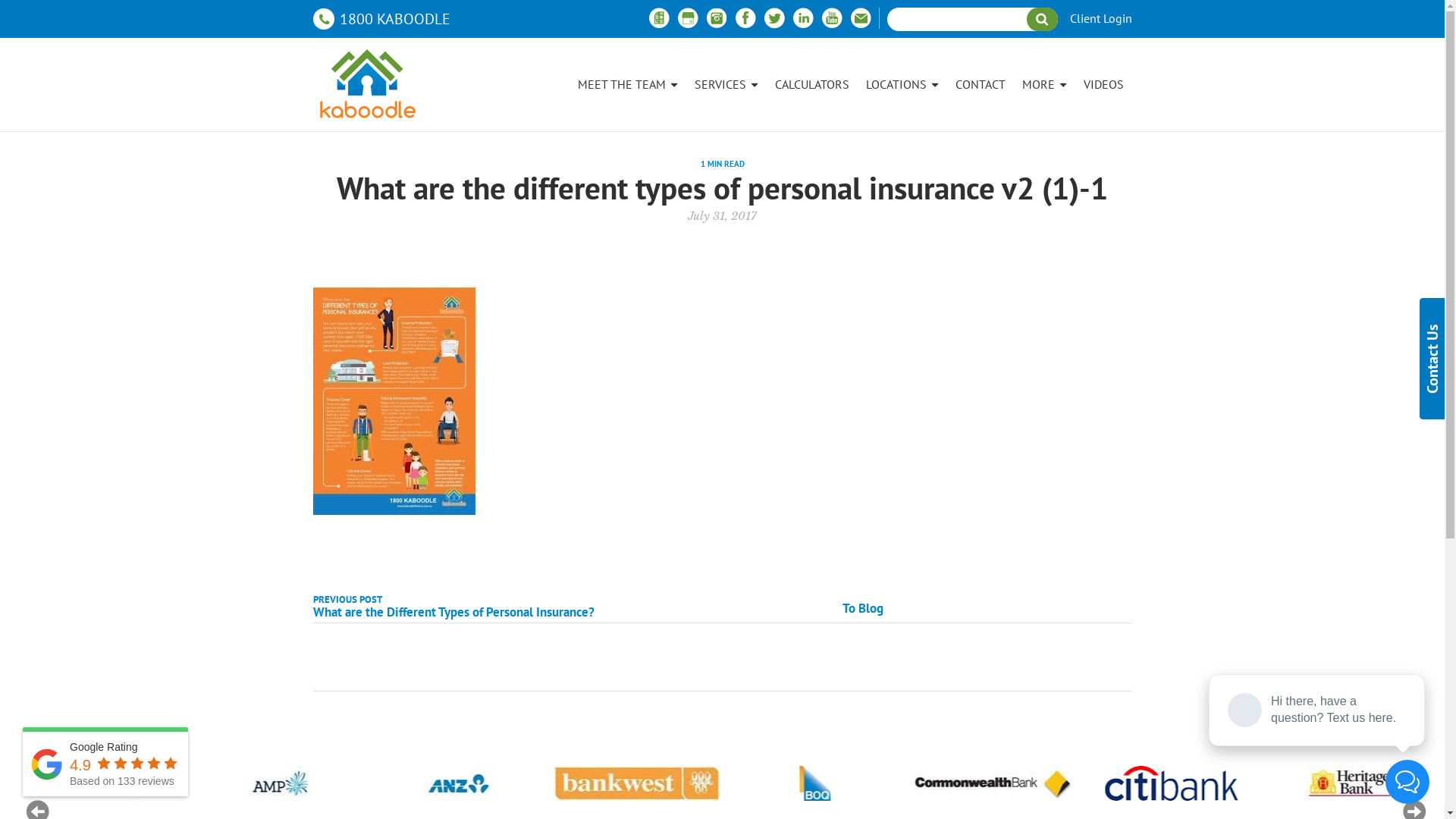  What do you see at coordinates (278, 783) in the screenshot?
I see `'Logo 03'` at bounding box center [278, 783].